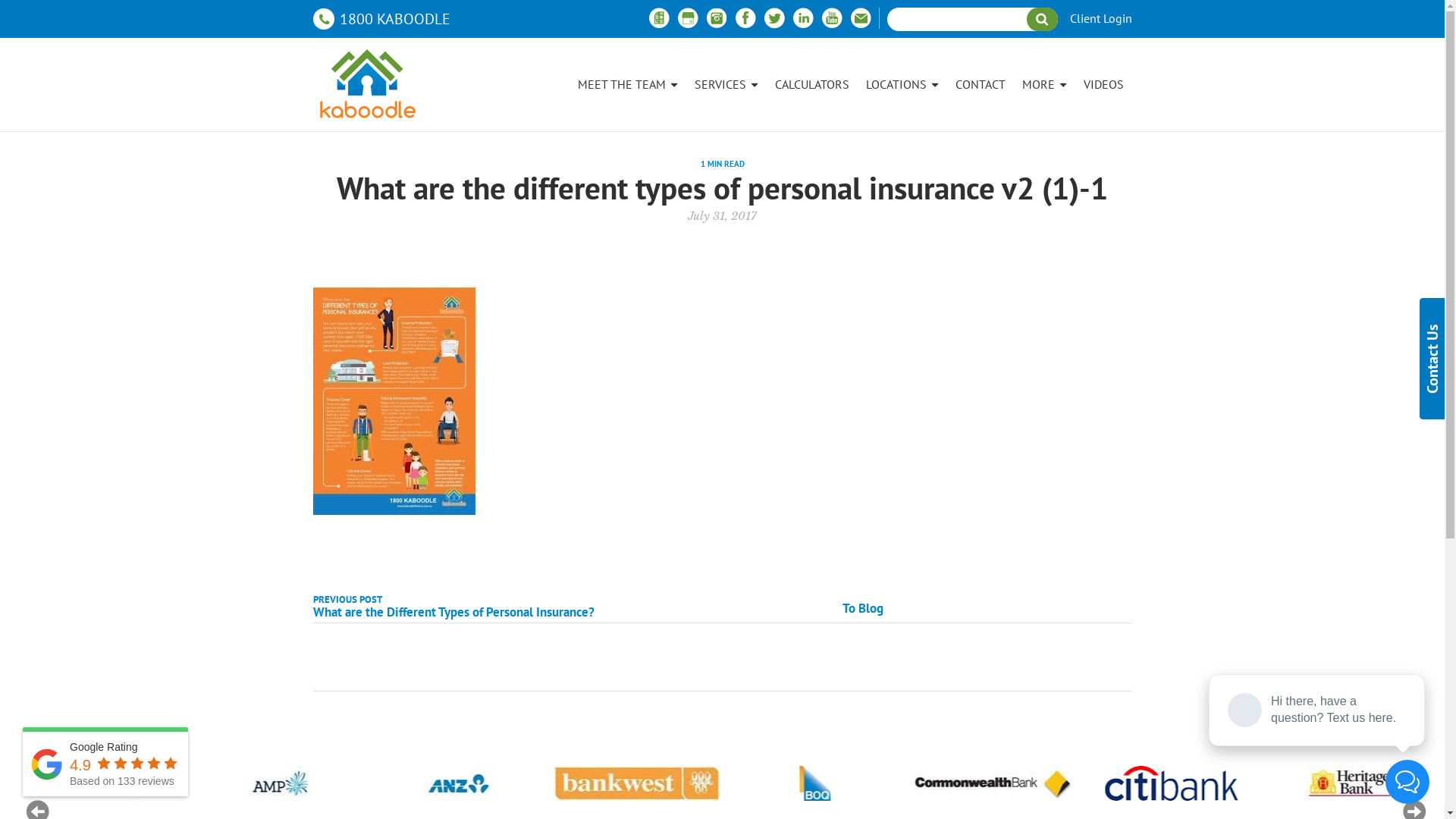  What do you see at coordinates (278, 783) in the screenshot?
I see `'Logo 03'` at bounding box center [278, 783].